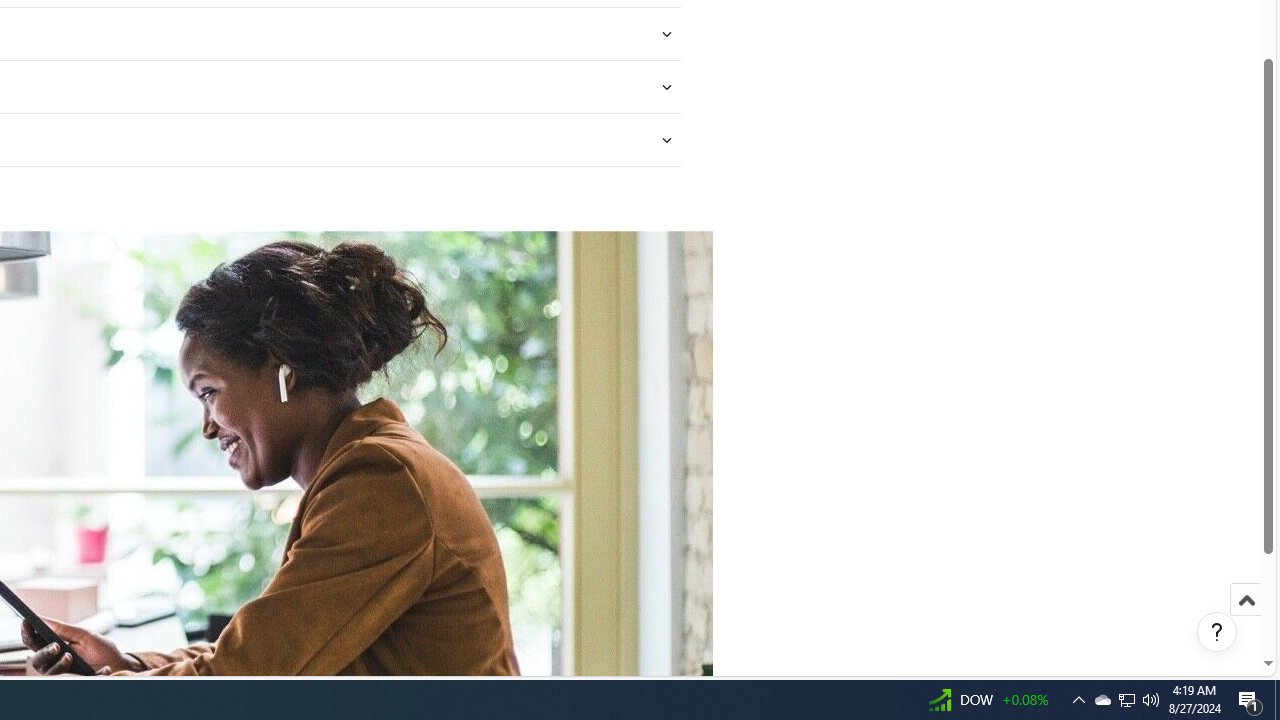 The height and width of the screenshot is (720, 1280). Describe the element at coordinates (1245, 598) in the screenshot. I see `'Scroll to top'` at that location.